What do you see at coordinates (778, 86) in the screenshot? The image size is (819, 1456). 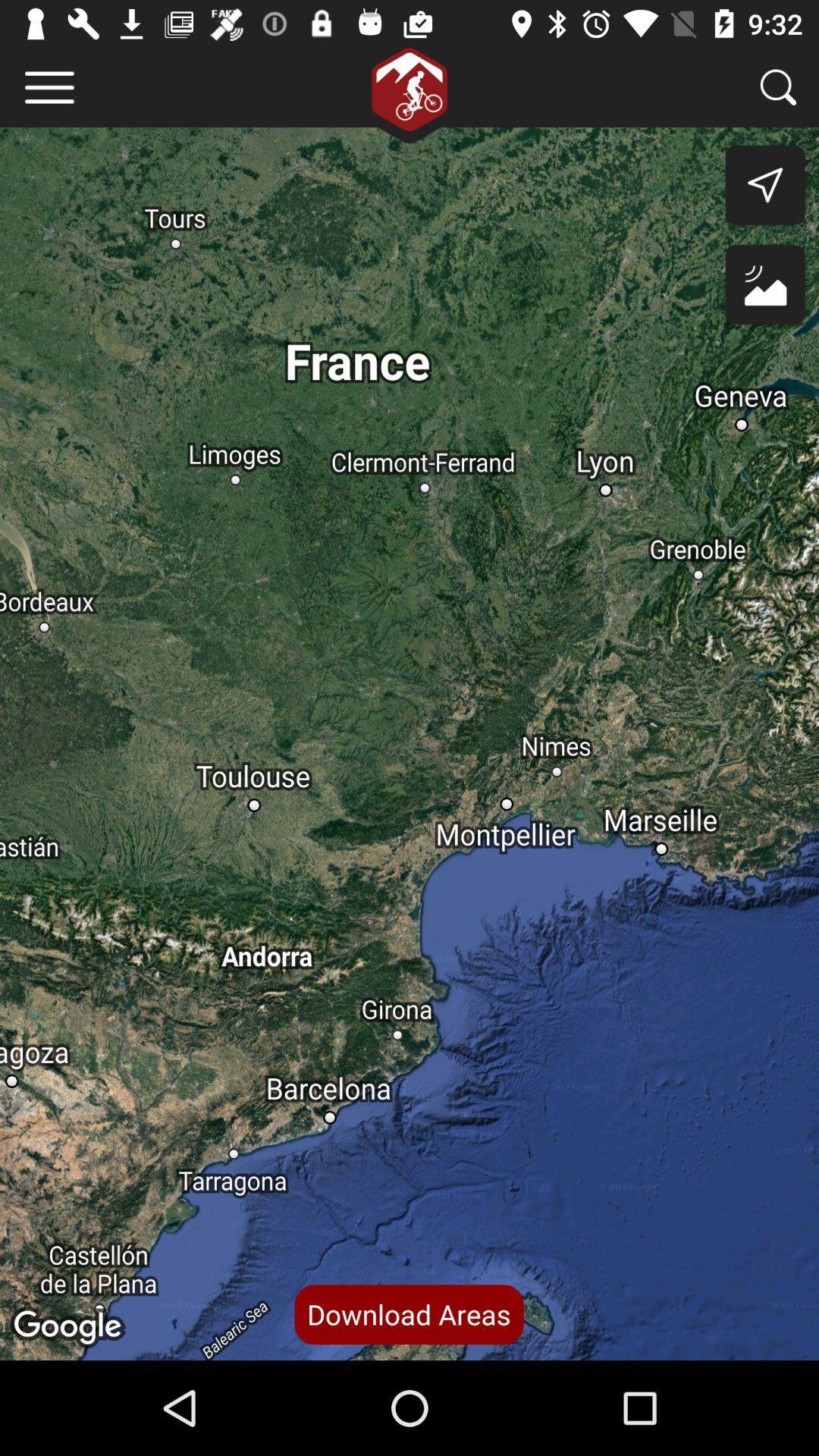 I see `search` at bounding box center [778, 86].